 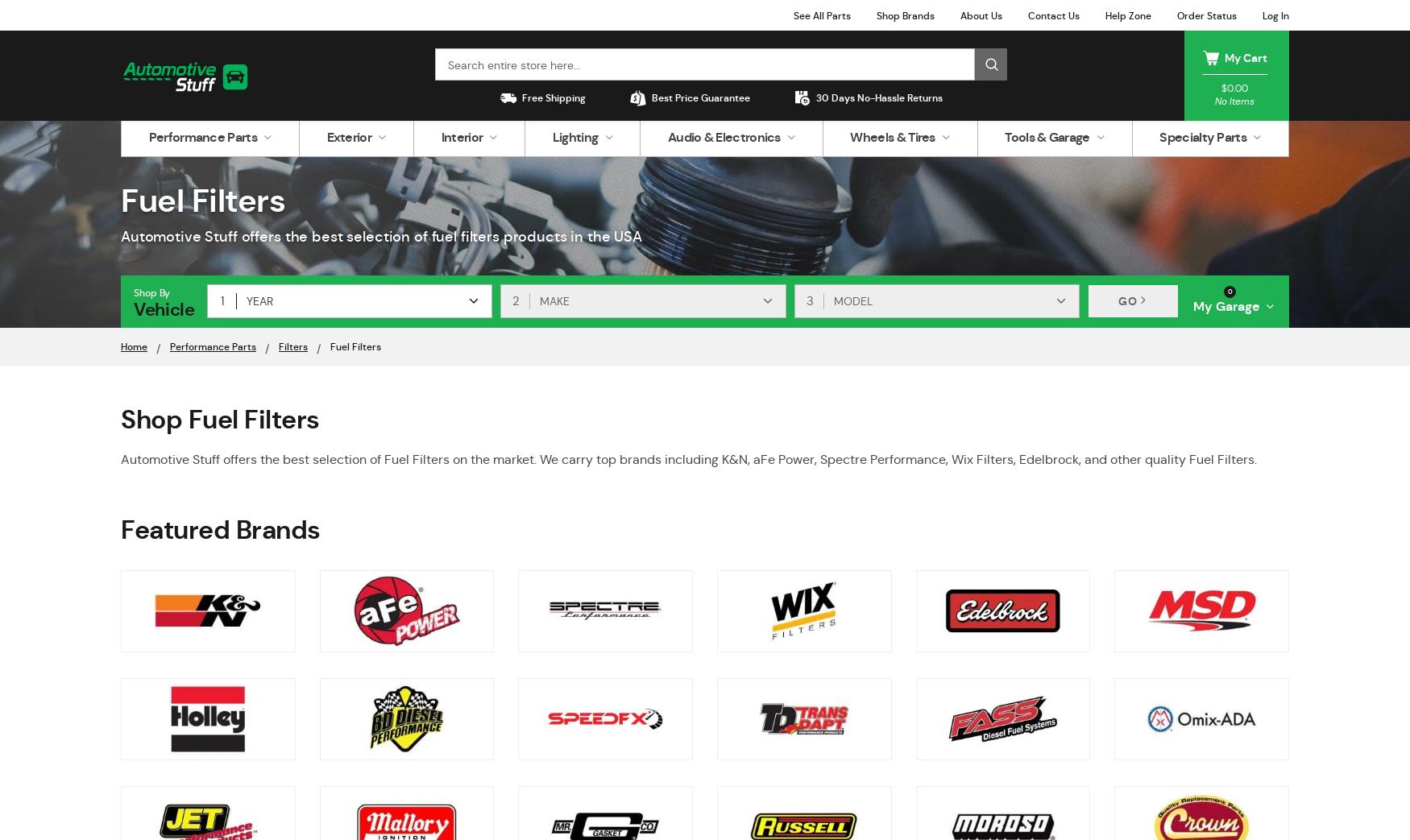 What do you see at coordinates (651, 98) in the screenshot?
I see `'Best Price Guarantee'` at bounding box center [651, 98].